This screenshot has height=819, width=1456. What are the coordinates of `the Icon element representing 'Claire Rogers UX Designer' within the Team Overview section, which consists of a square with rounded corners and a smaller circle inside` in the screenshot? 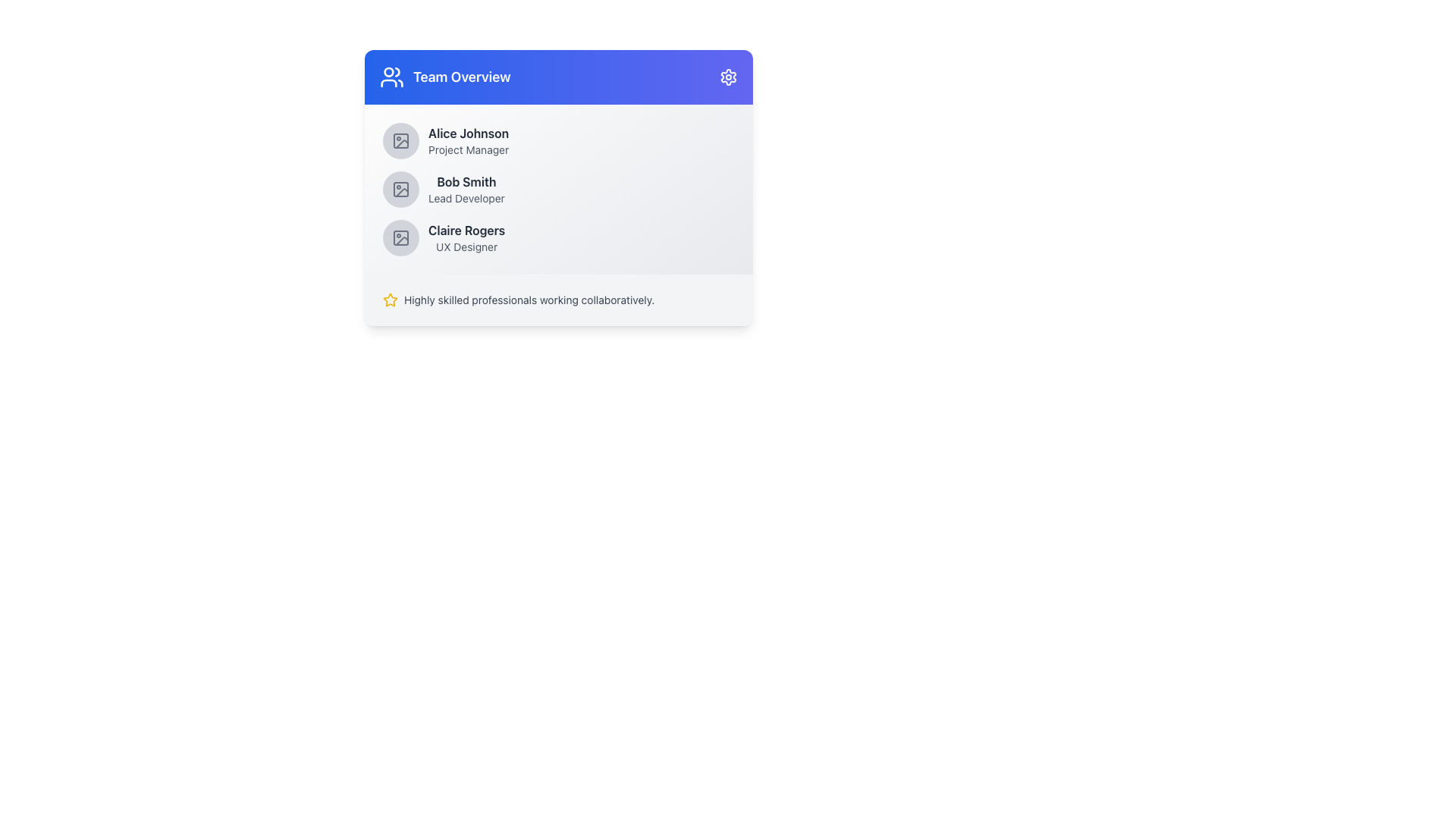 It's located at (400, 237).